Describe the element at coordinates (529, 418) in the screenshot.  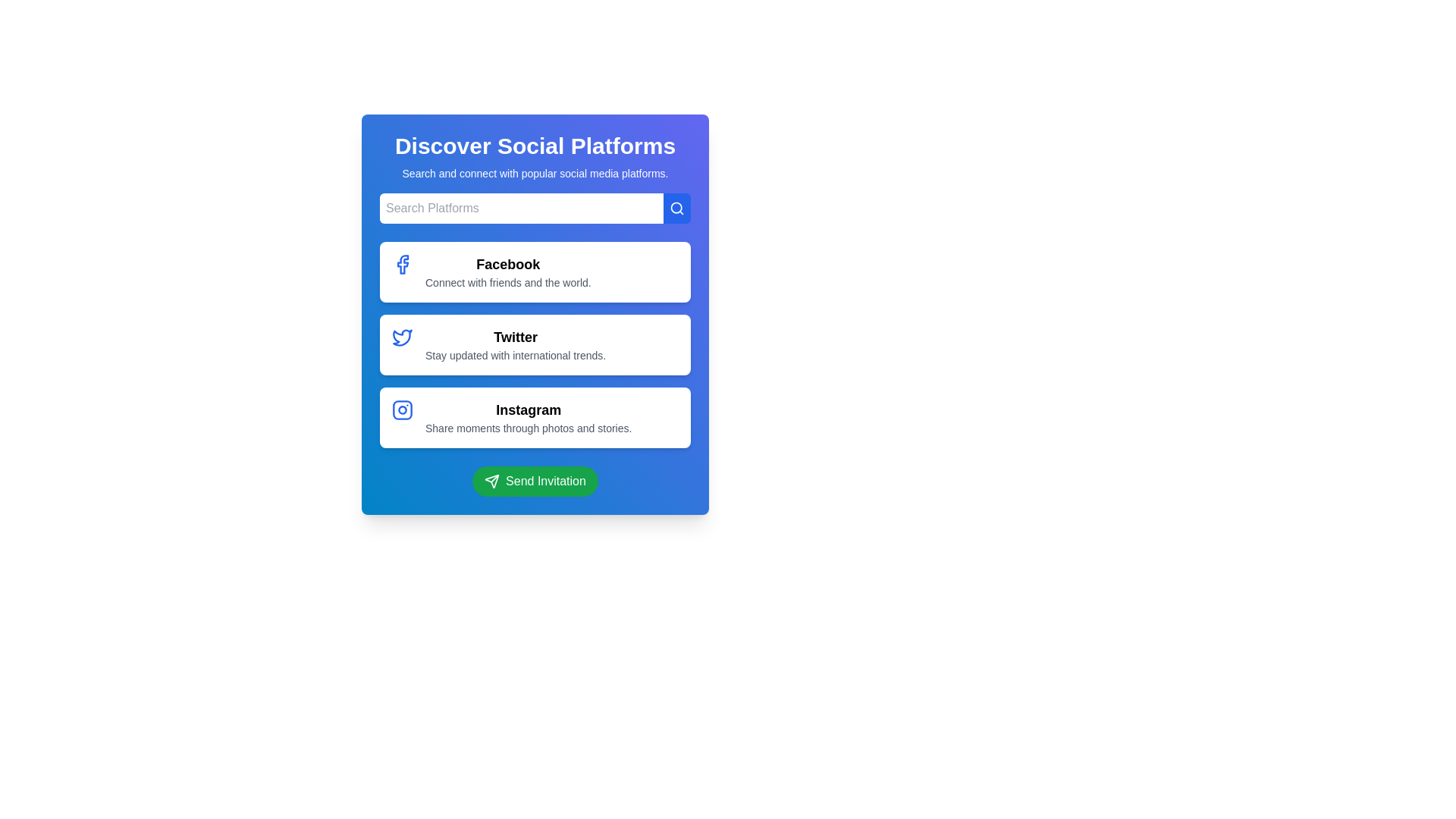
I see `the descriptive text block for Instagram, which is the third item under the header 'Discover Social Platforms'` at that location.